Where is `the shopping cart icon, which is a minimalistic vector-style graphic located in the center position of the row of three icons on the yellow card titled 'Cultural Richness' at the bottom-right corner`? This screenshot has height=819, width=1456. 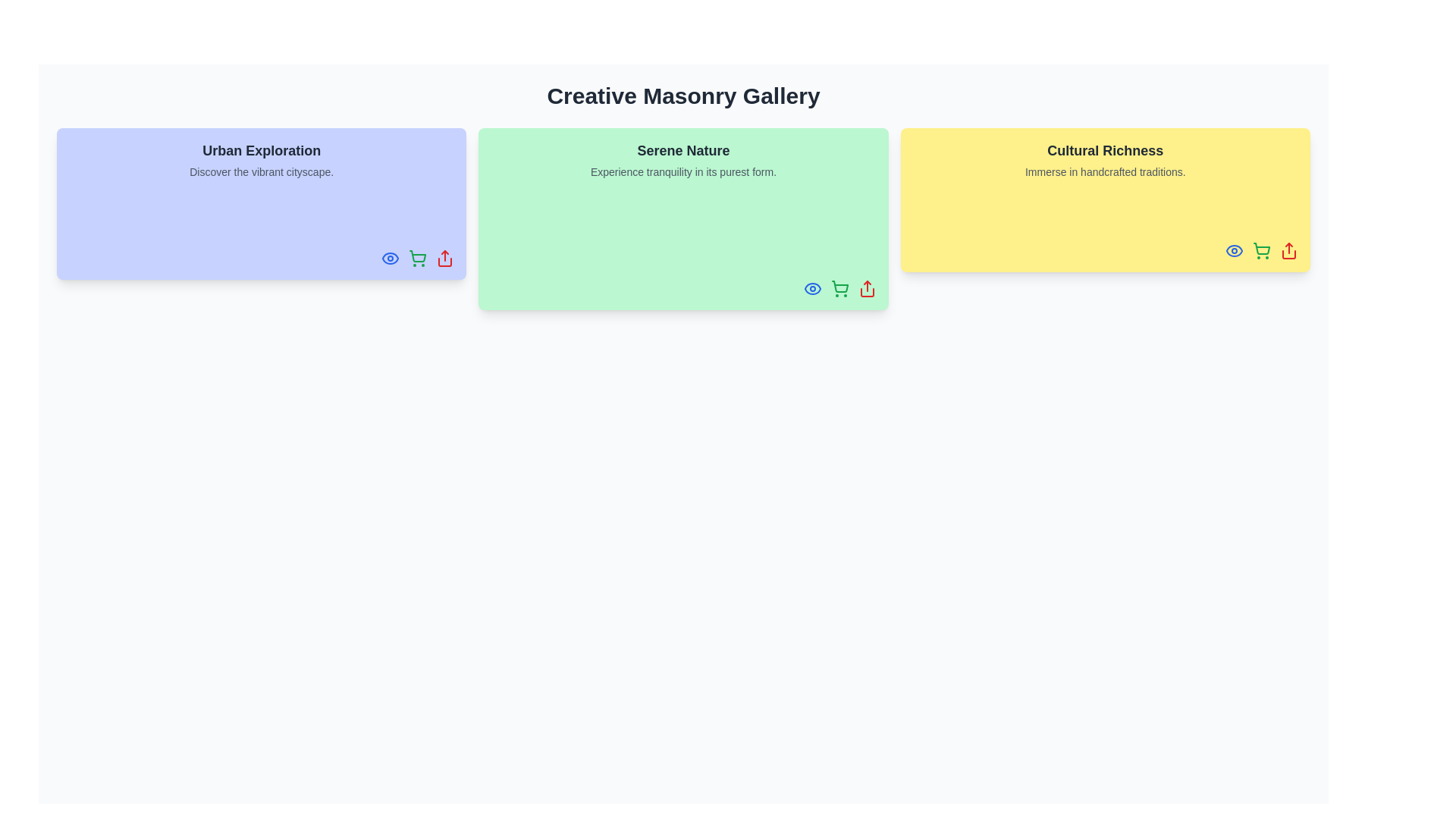
the shopping cart icon, which is a minimalistic vector-style graphic located in the center position of the row of three icons on the yellow card titled 'Cultural Richness' at the bottom-right corner is located at coordinates (1262, 248).